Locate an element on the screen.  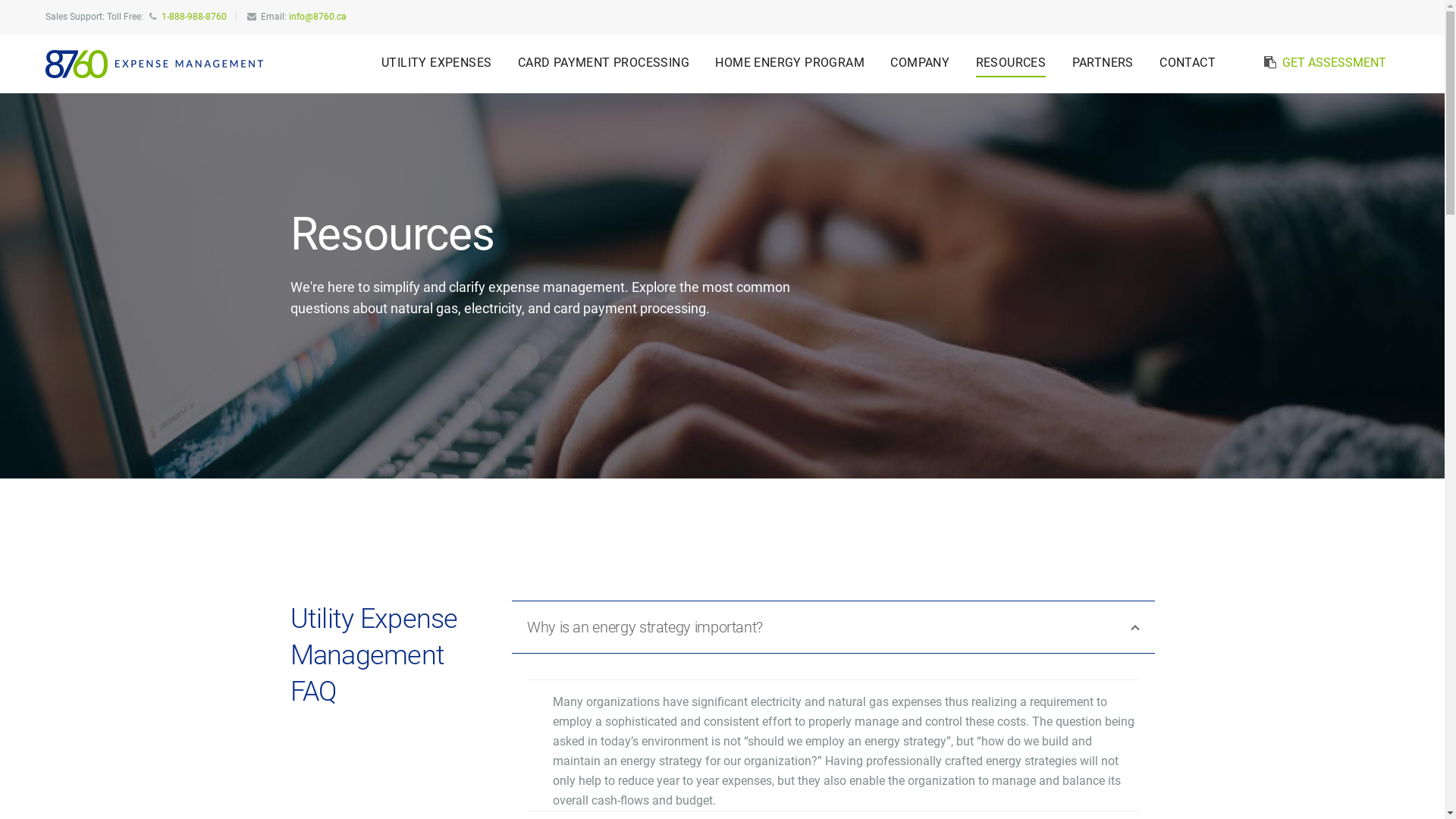
'COMPANY' is located at coordinates (919, 62).